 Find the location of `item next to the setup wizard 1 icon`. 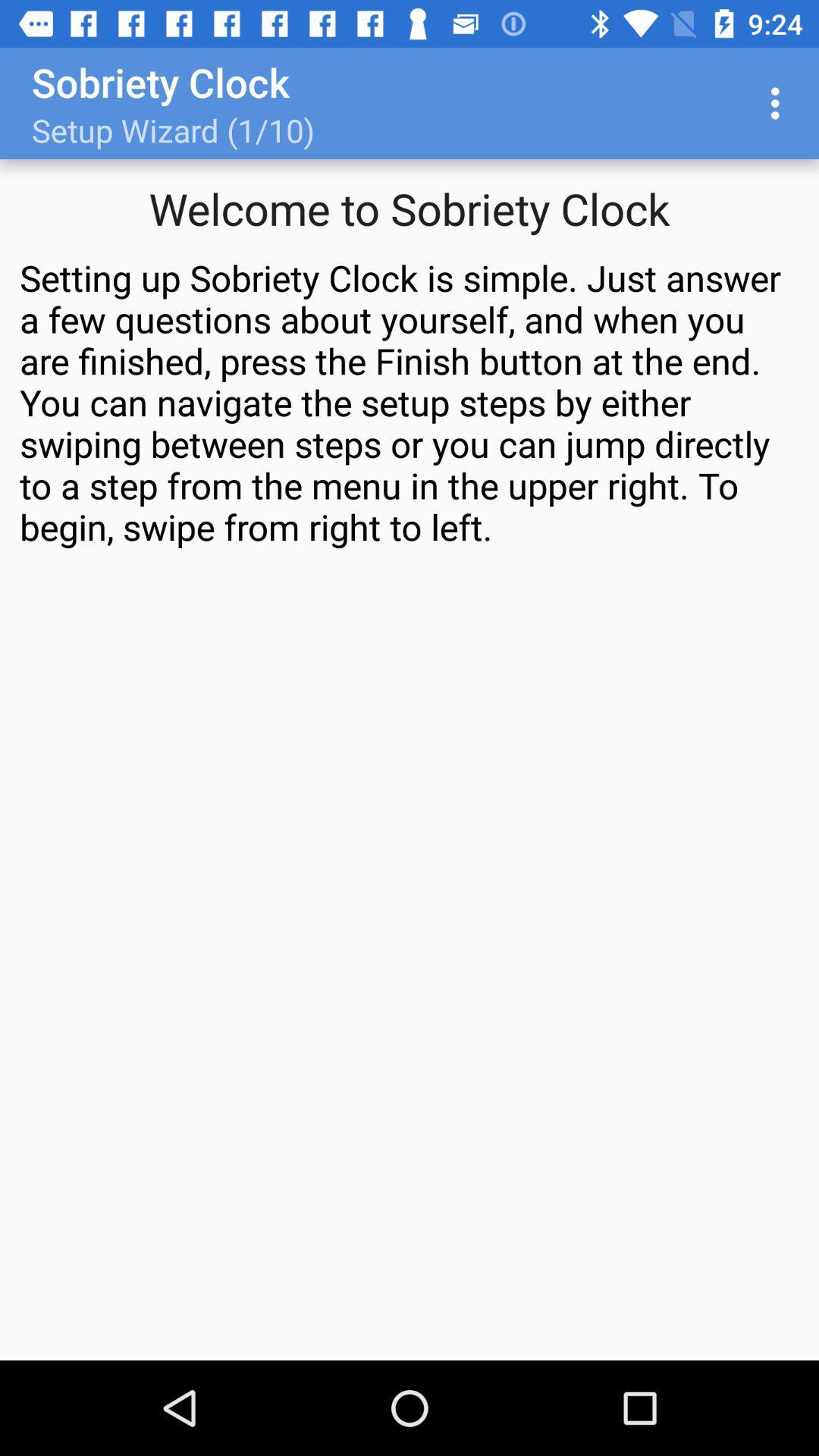

item next to the setup wizard 1 icon is located at coordinates (779, 102).